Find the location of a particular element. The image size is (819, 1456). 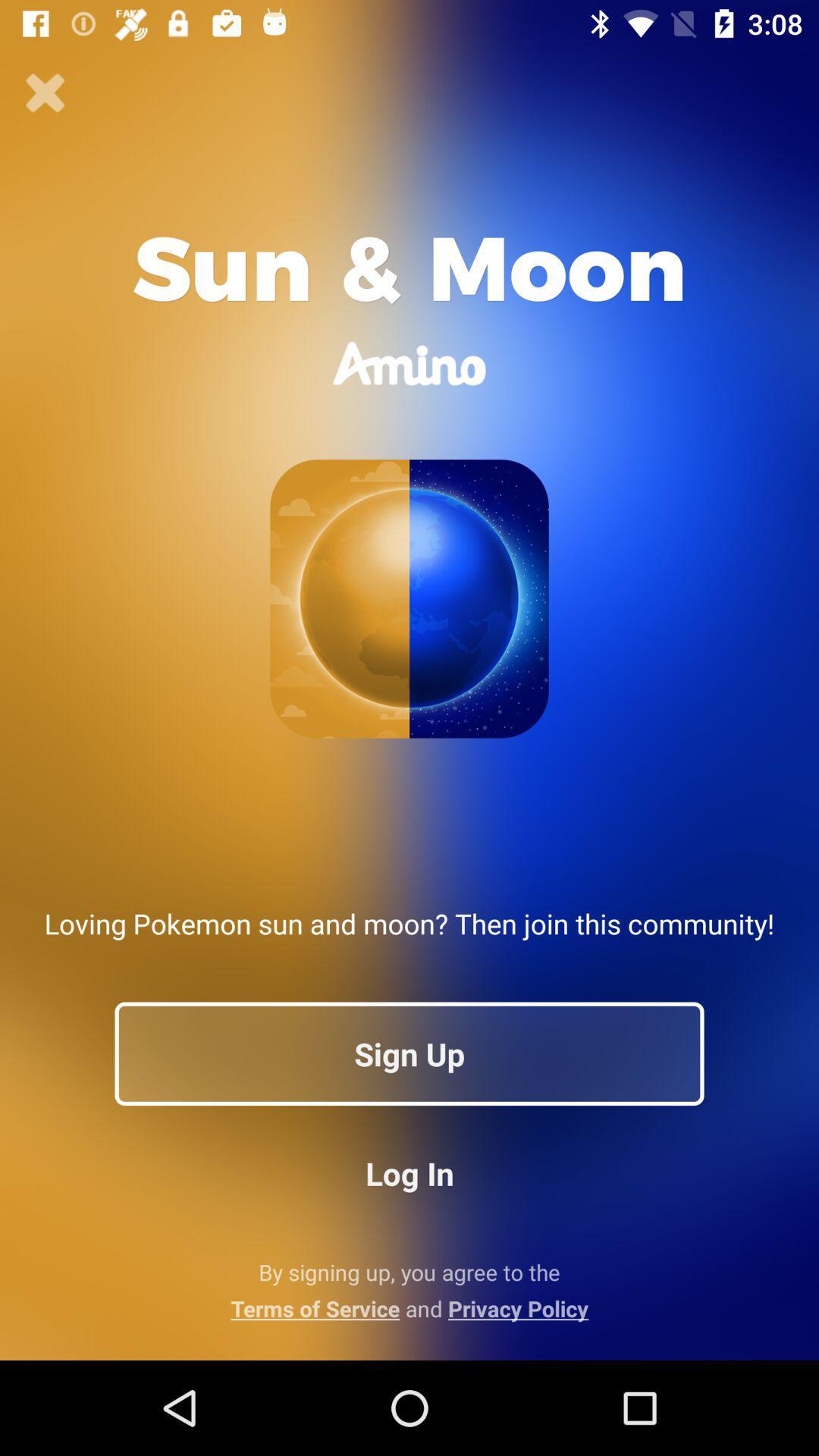

the item above the by signing up icon is located at coordinates (409, 1172).